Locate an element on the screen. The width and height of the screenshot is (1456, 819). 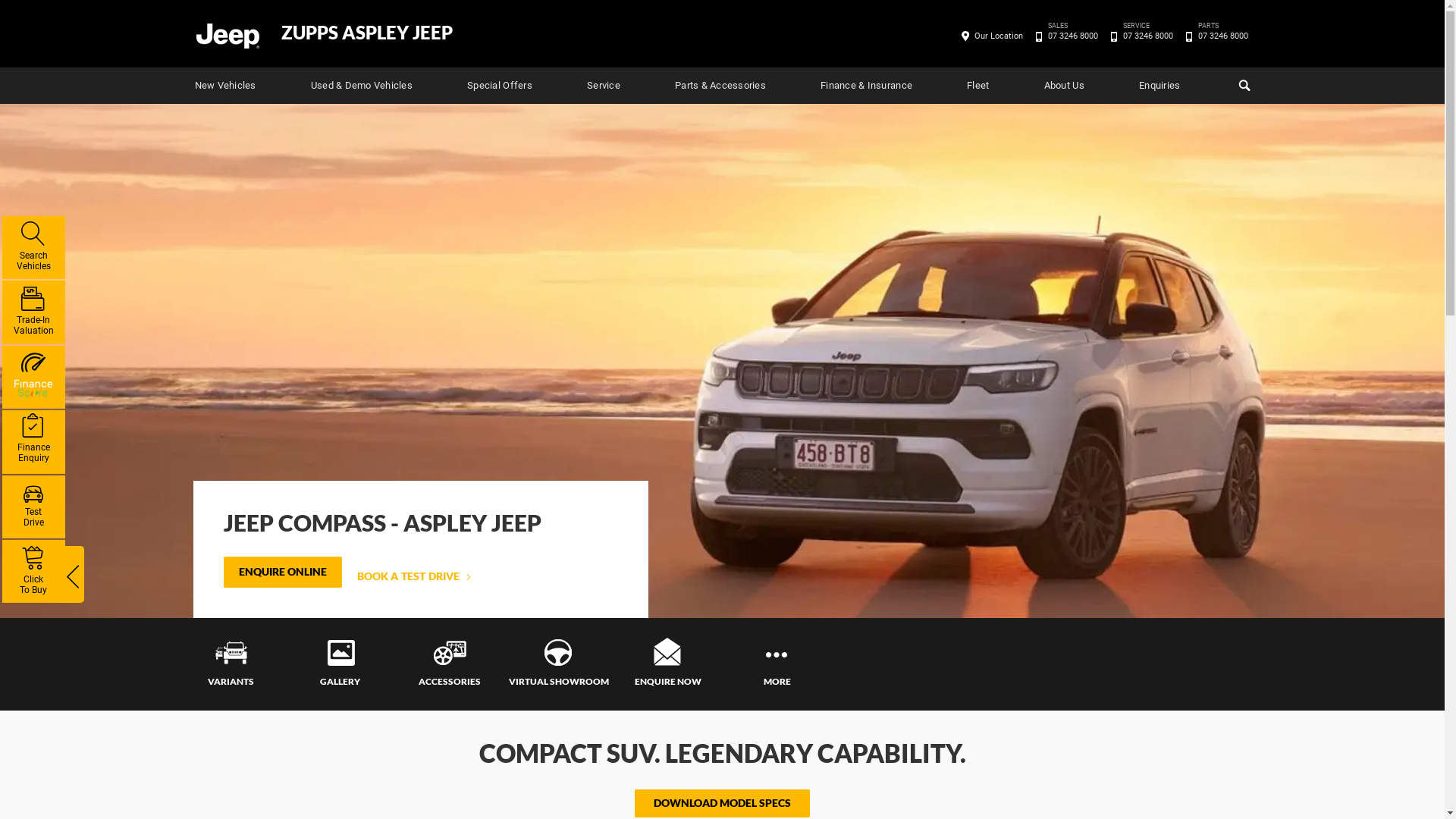
'ACCESSORIES' is located at coordinates (394, 663).